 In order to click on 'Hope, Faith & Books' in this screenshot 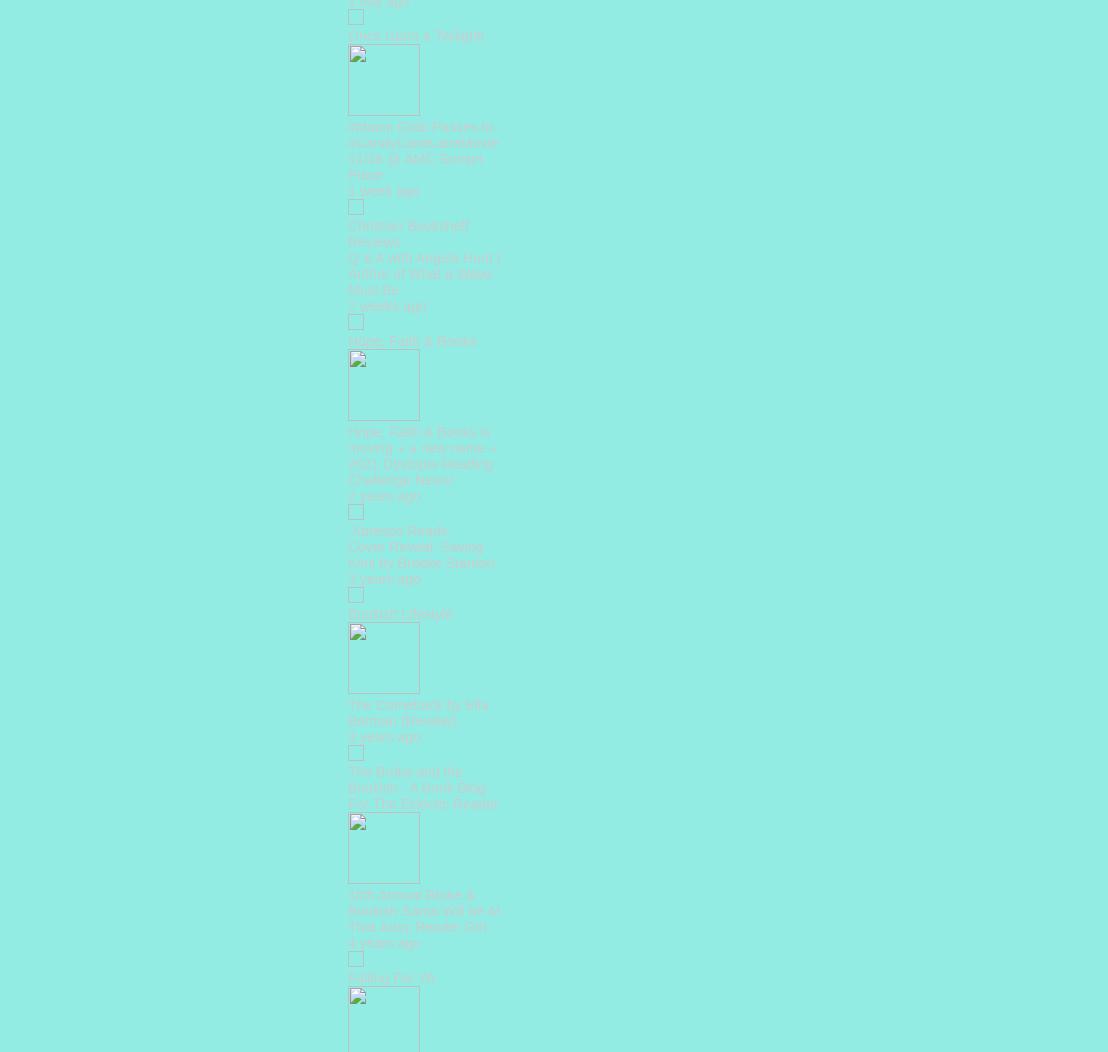, I will do `click(411, 339)`.